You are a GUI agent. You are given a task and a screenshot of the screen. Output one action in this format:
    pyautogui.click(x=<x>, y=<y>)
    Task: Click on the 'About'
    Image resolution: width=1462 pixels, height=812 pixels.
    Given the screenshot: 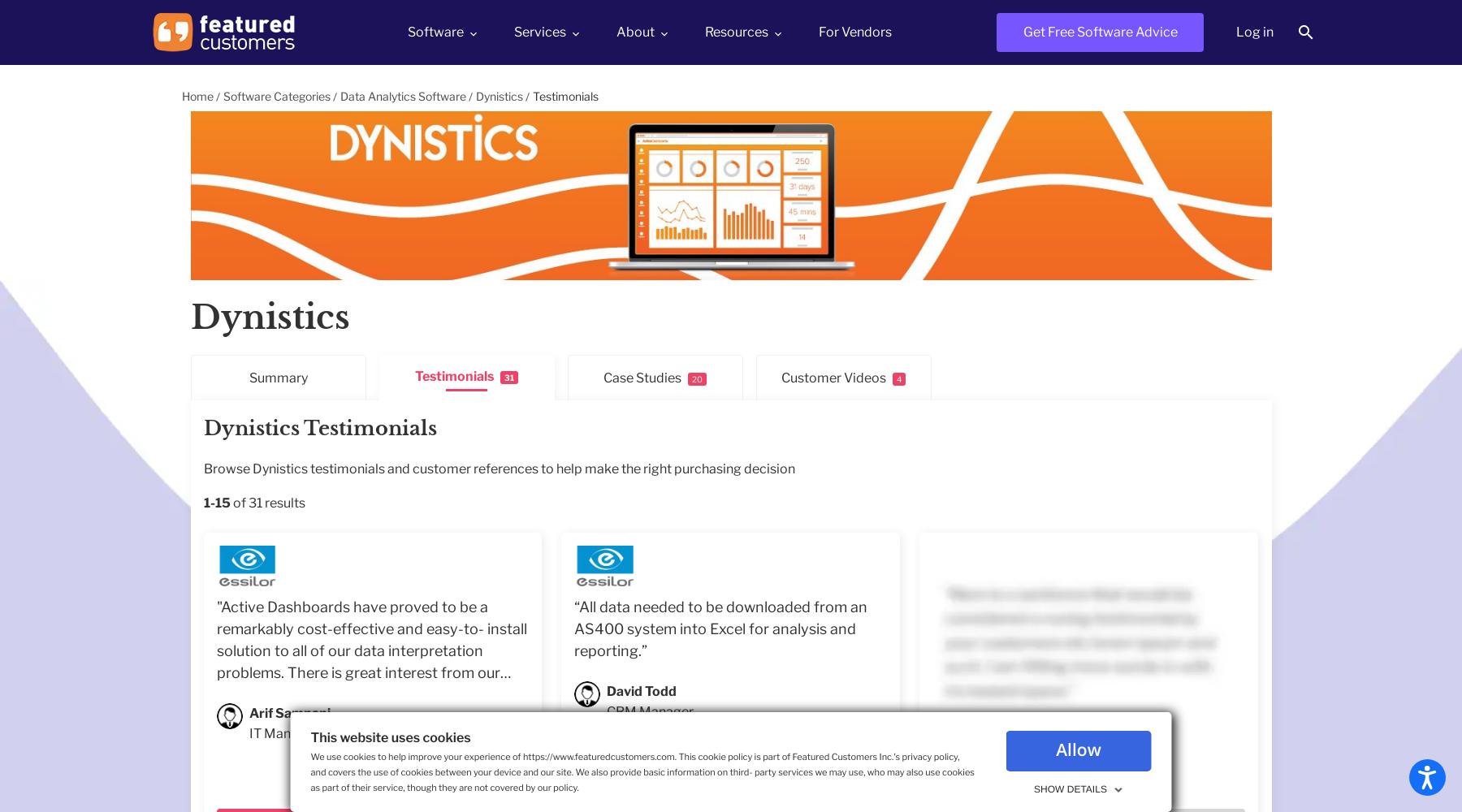 What is the action you would take?
    pyautogui.click(x=634, y=31)
    